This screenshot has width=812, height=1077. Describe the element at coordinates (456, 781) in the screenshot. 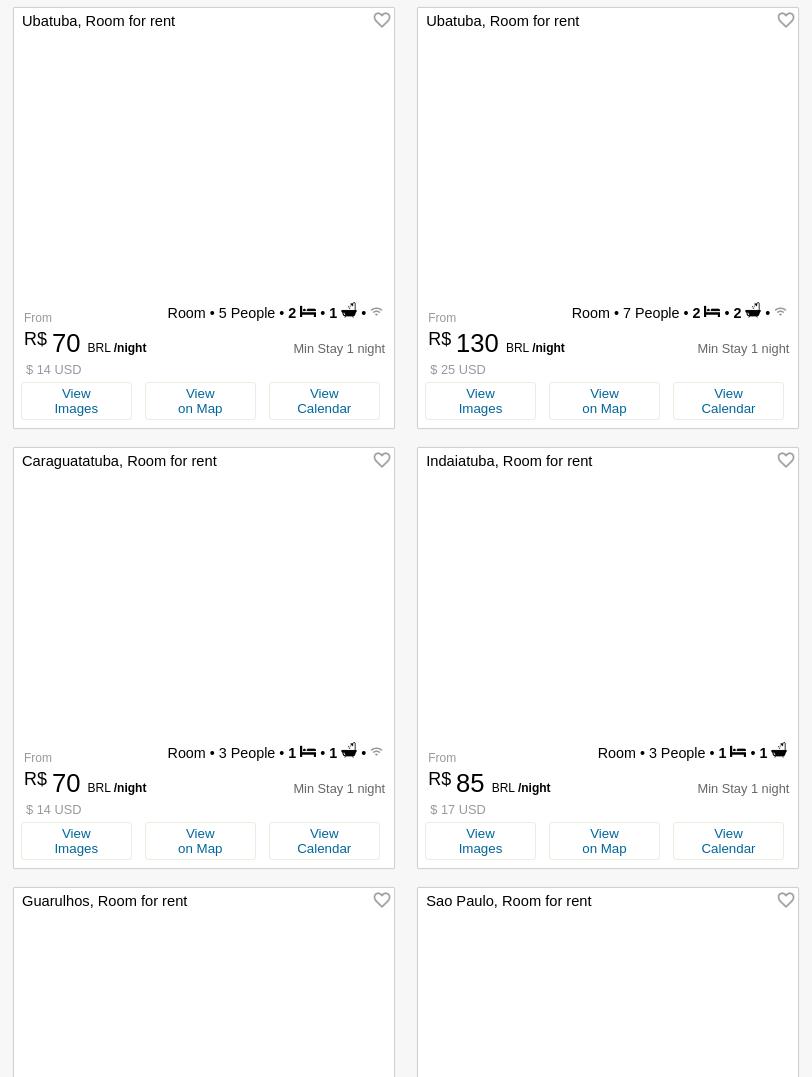

I see `'85'` at that location.